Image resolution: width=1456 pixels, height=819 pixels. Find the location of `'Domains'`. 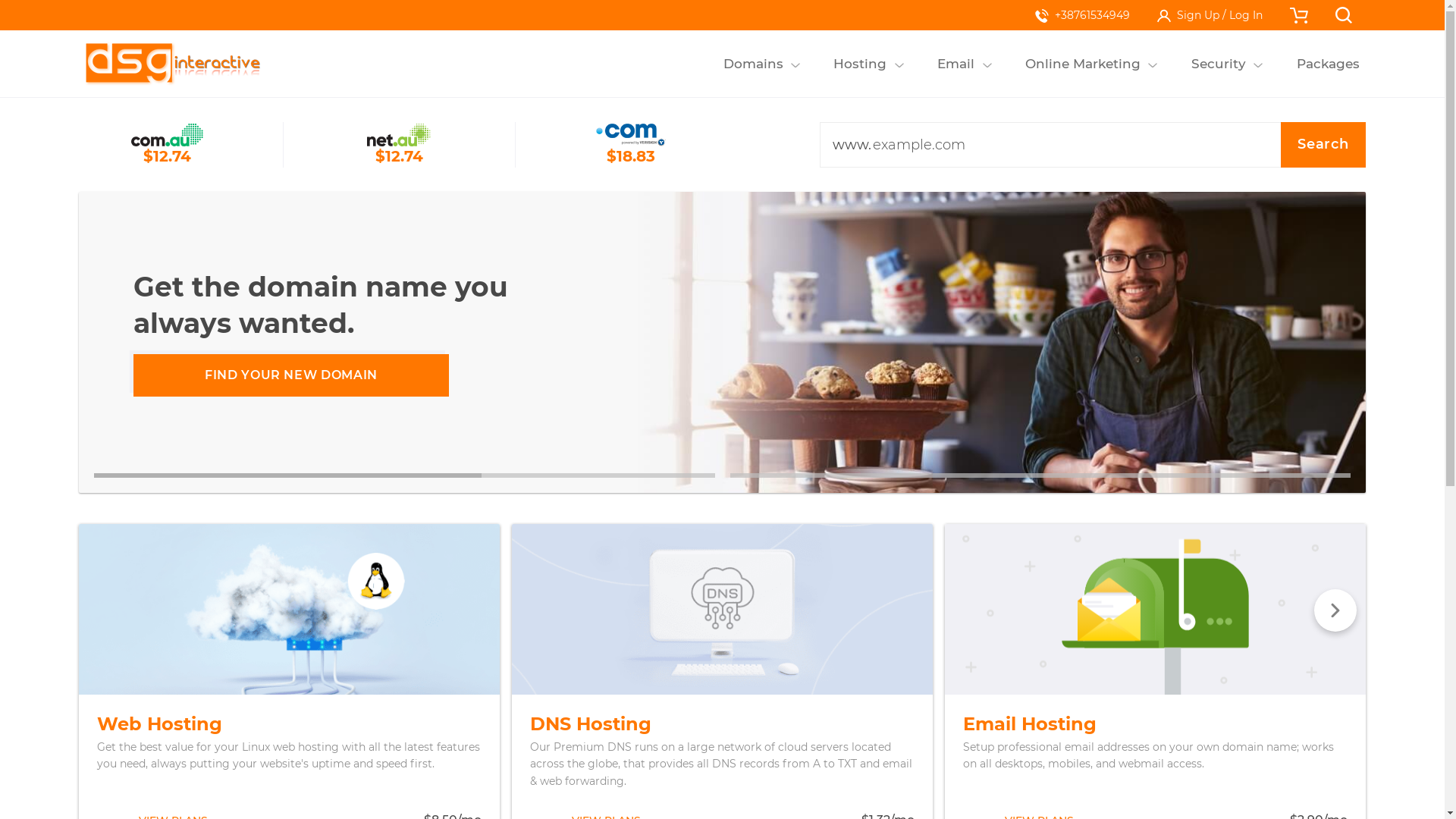

'Domains' is located at coordinates (753, 63).